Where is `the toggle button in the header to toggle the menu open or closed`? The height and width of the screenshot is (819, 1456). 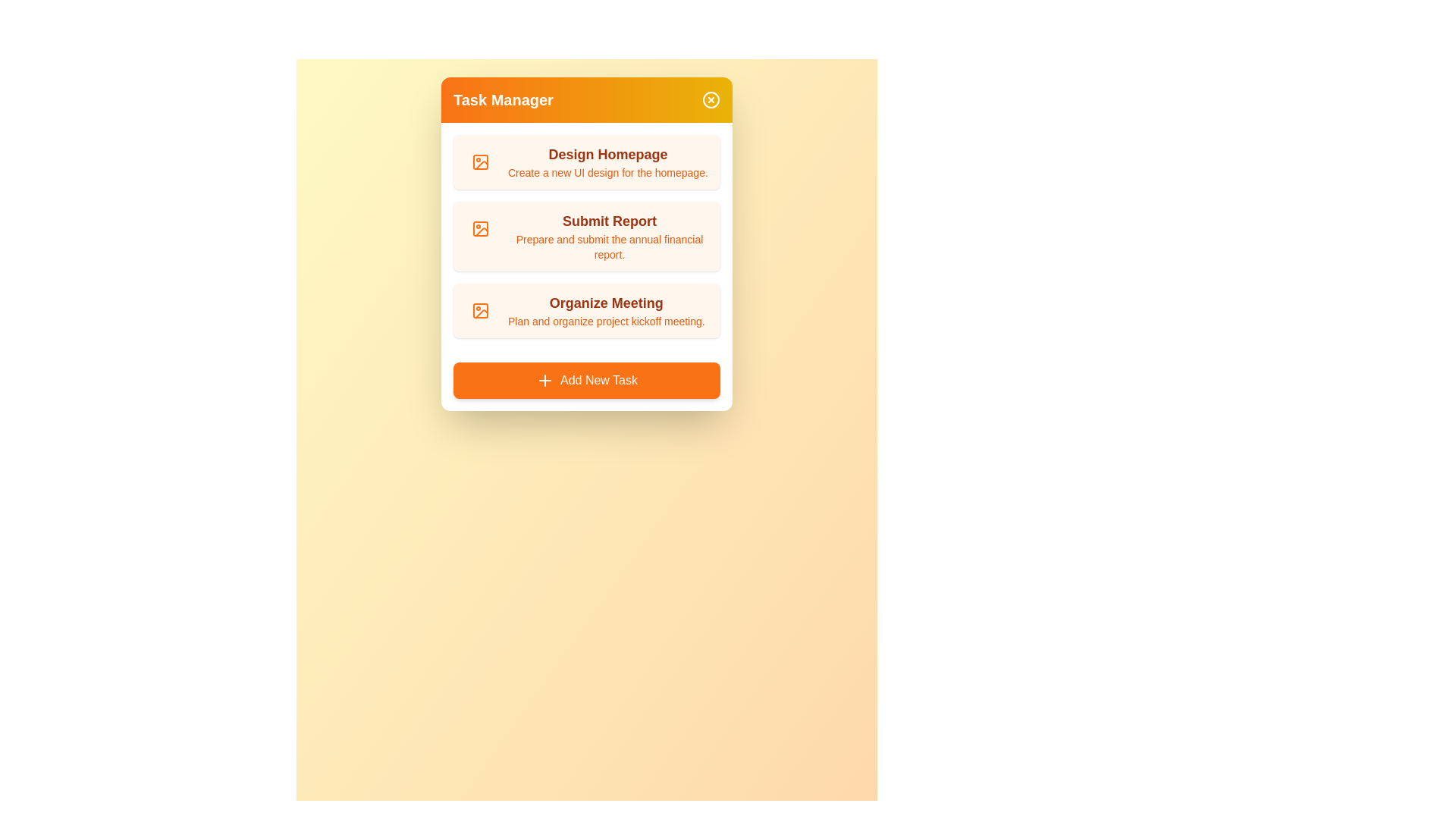 the toggle button in the header to toggle the menu open or closed is located at coordinates (710, 99).